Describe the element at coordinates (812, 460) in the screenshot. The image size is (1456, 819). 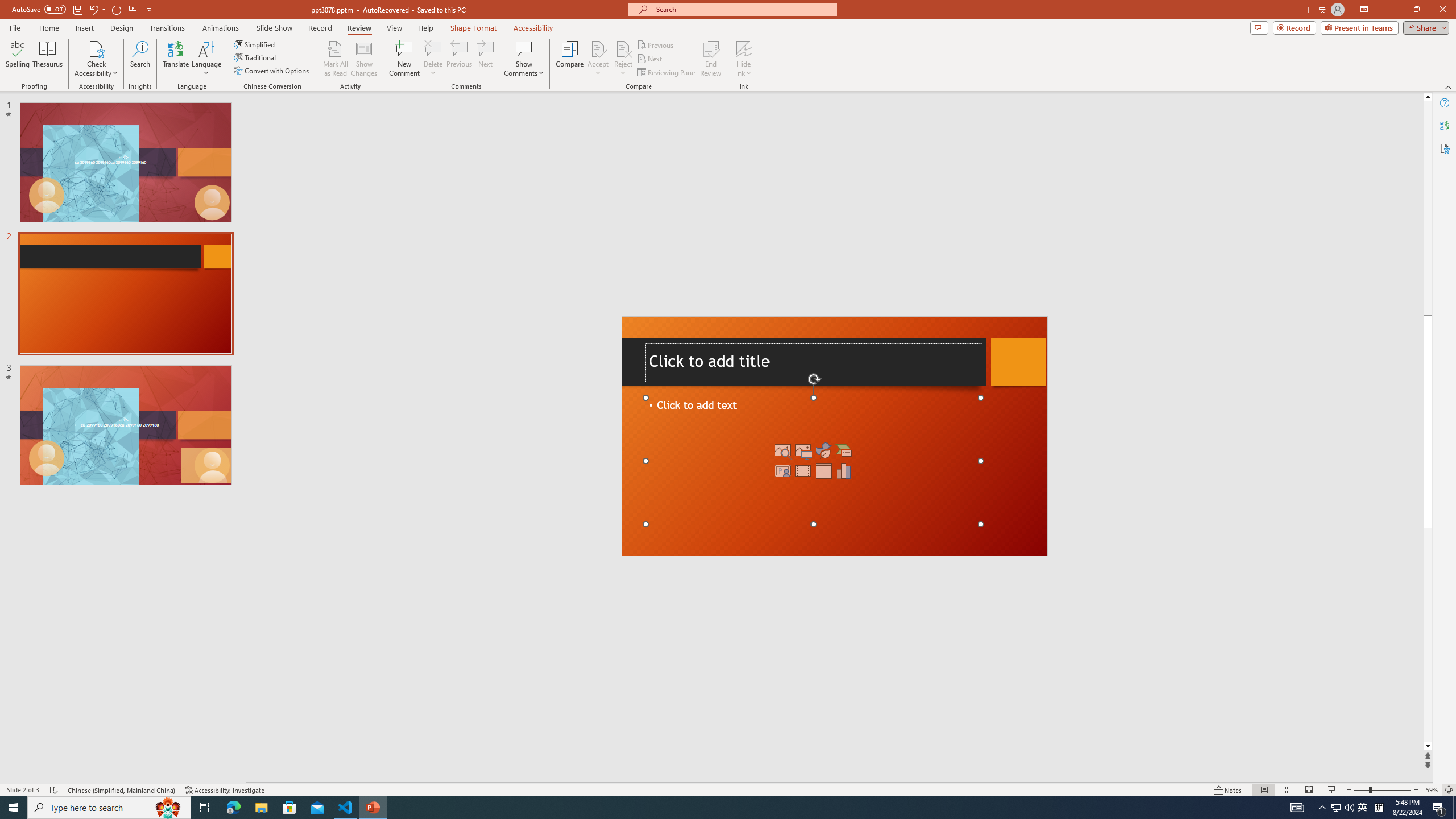
I see `'Content Placeholder'` at that location.